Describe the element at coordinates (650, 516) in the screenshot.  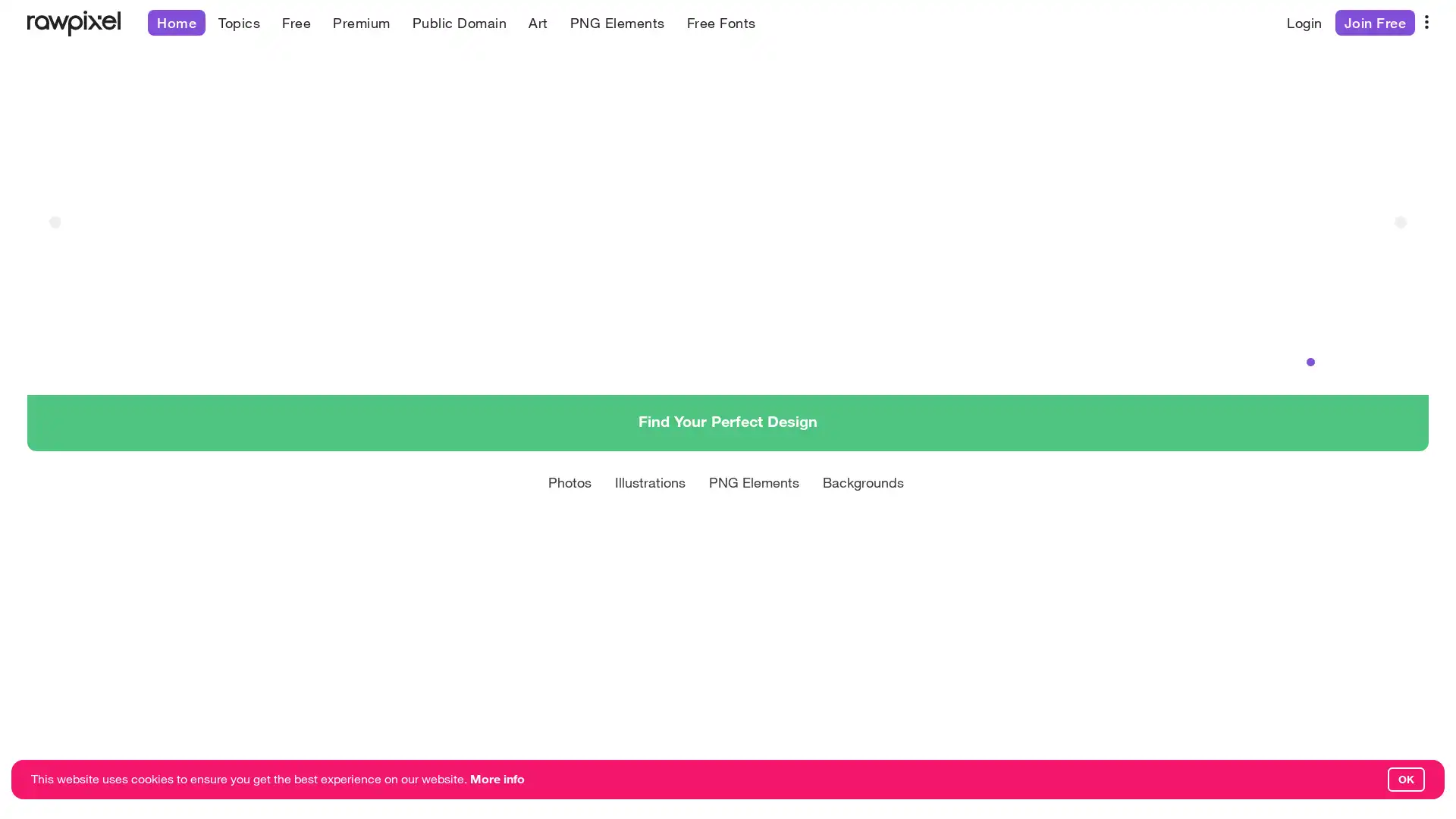
I see `Illustrations` at that location.